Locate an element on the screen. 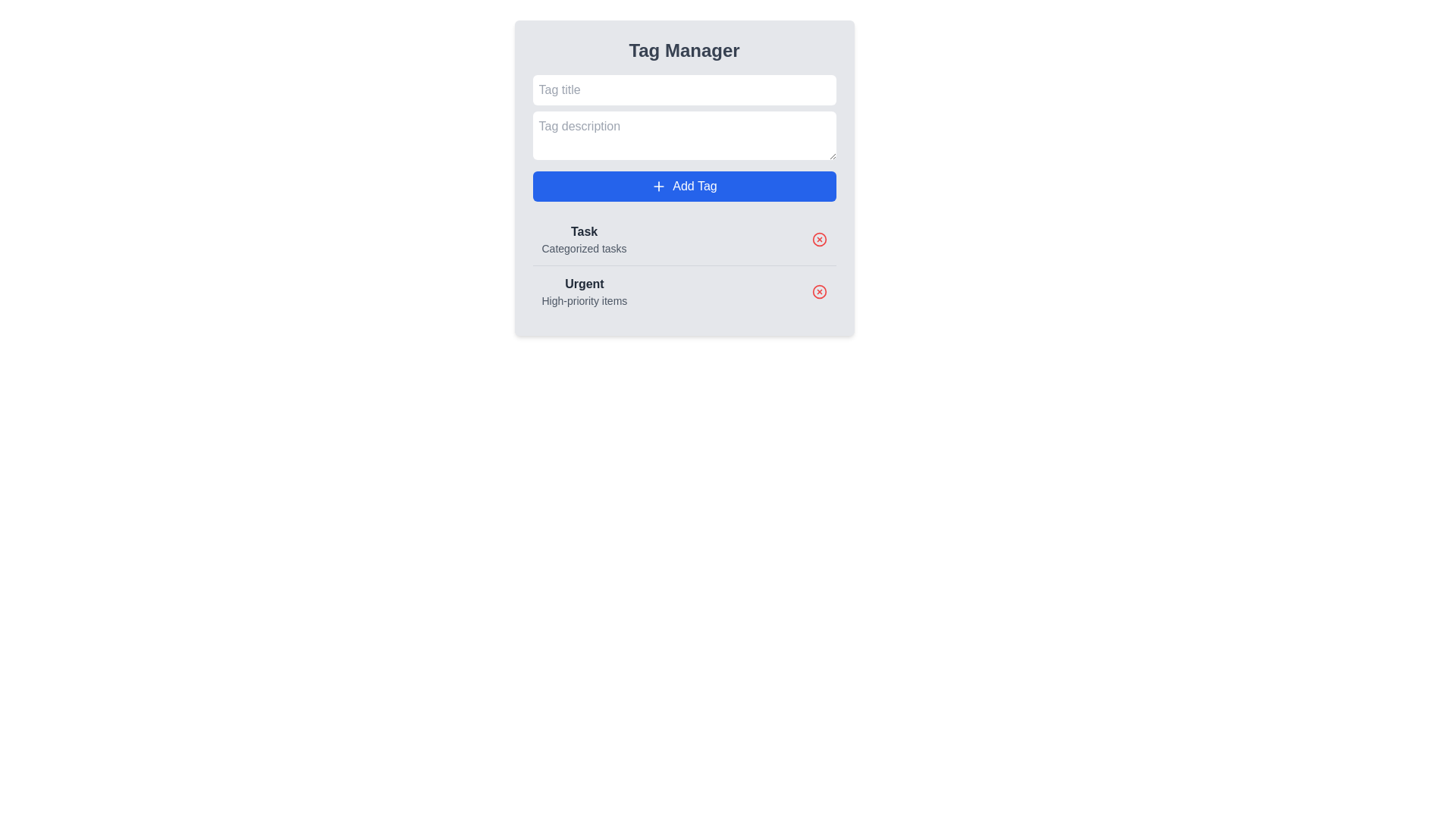 This screenshot has height=819, width=1456. the 'Tag Manager' header to perform related actions with adjacent elements like 'Tag title' and 'Tag description' is located at coordinates (683, 49).